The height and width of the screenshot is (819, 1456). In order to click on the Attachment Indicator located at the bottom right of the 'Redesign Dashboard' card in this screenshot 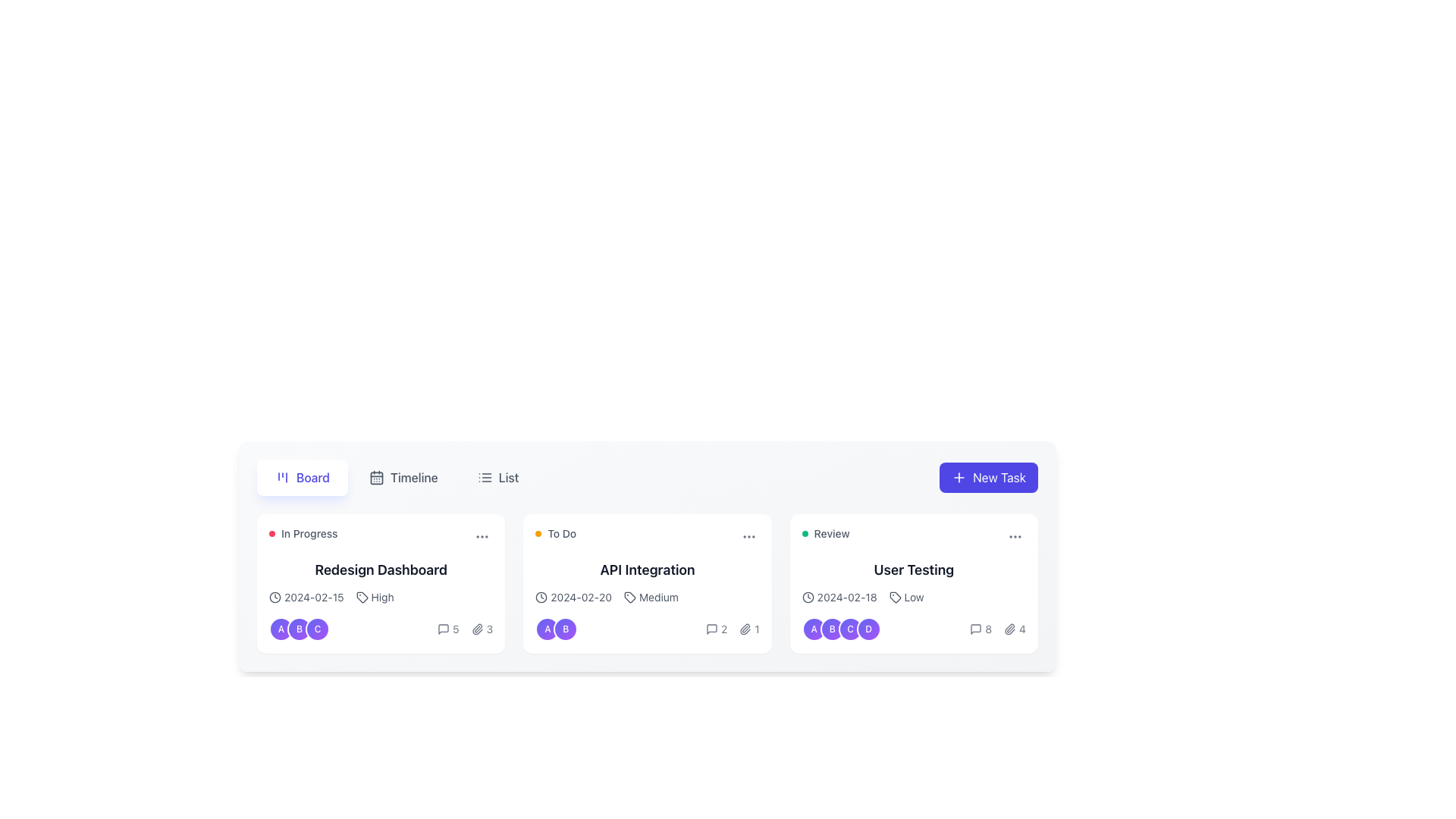, I will do `click(482, 629)`.